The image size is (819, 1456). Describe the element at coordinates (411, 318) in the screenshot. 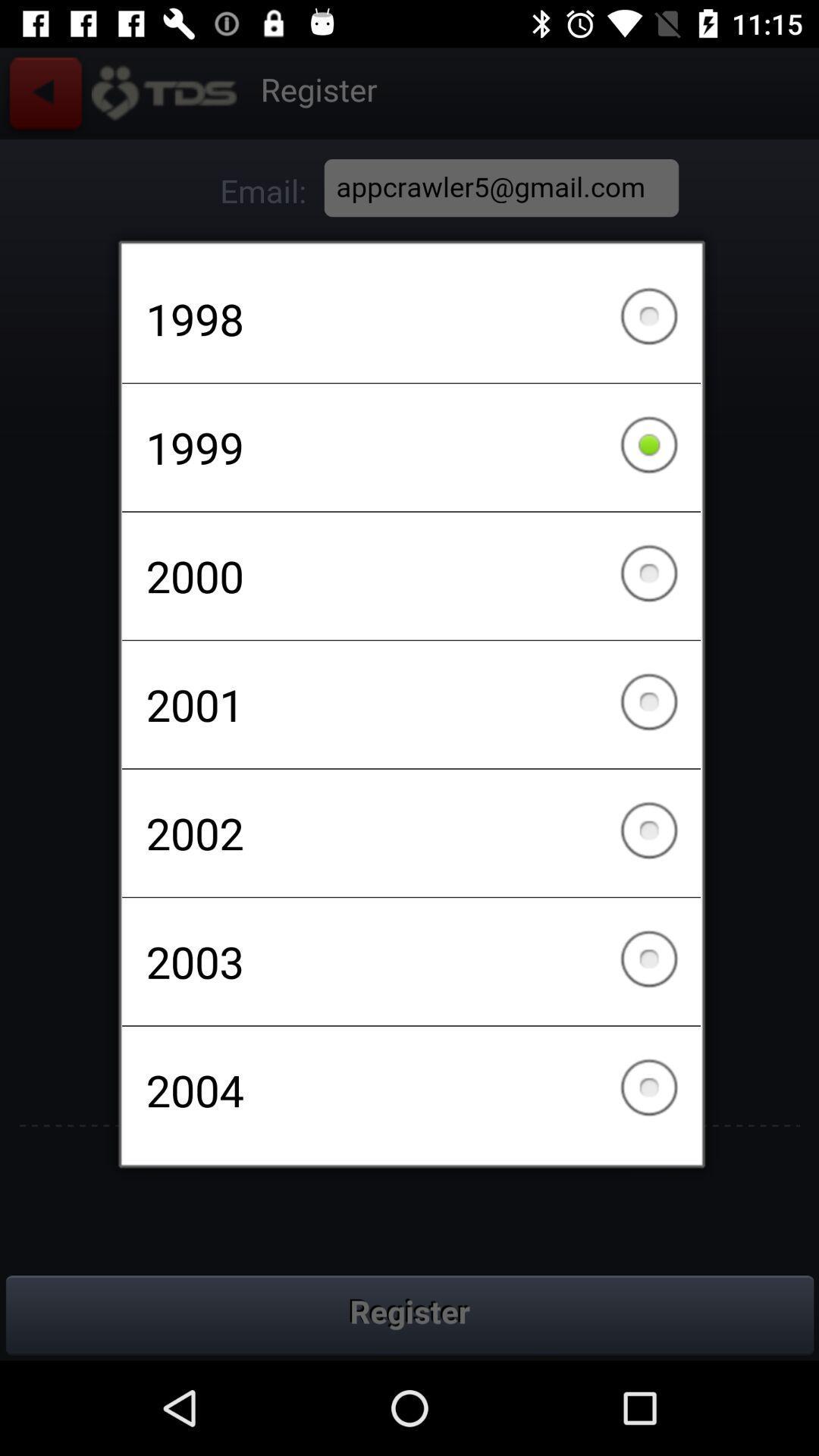

I see `the checkbox above 1999 checkbox` at that location.